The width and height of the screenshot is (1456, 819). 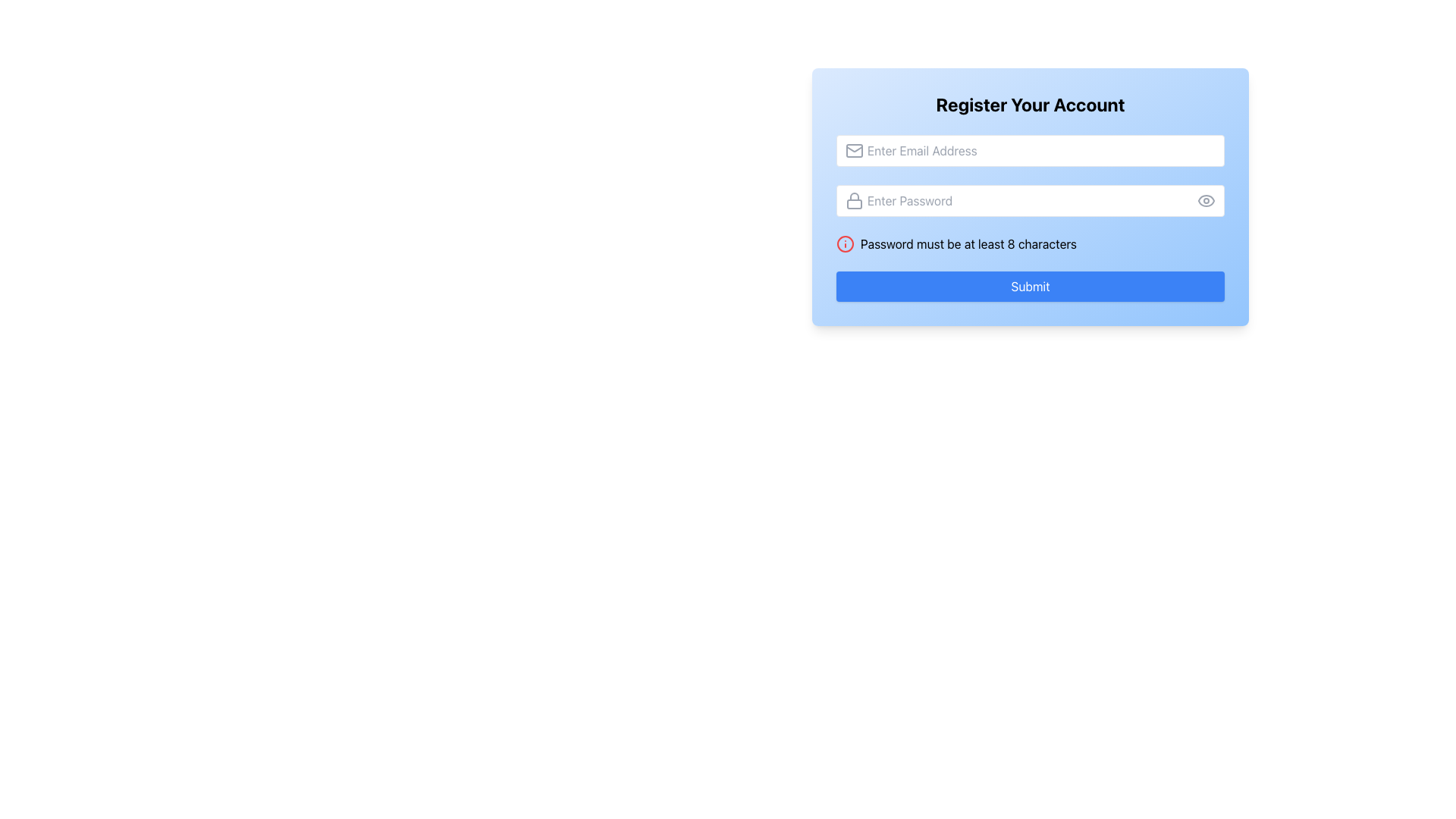 I want to click on the text label that provides guidance on minimum password requirements for account registration, located below the 'Enter Password' input field, so click(x=968, y=243).